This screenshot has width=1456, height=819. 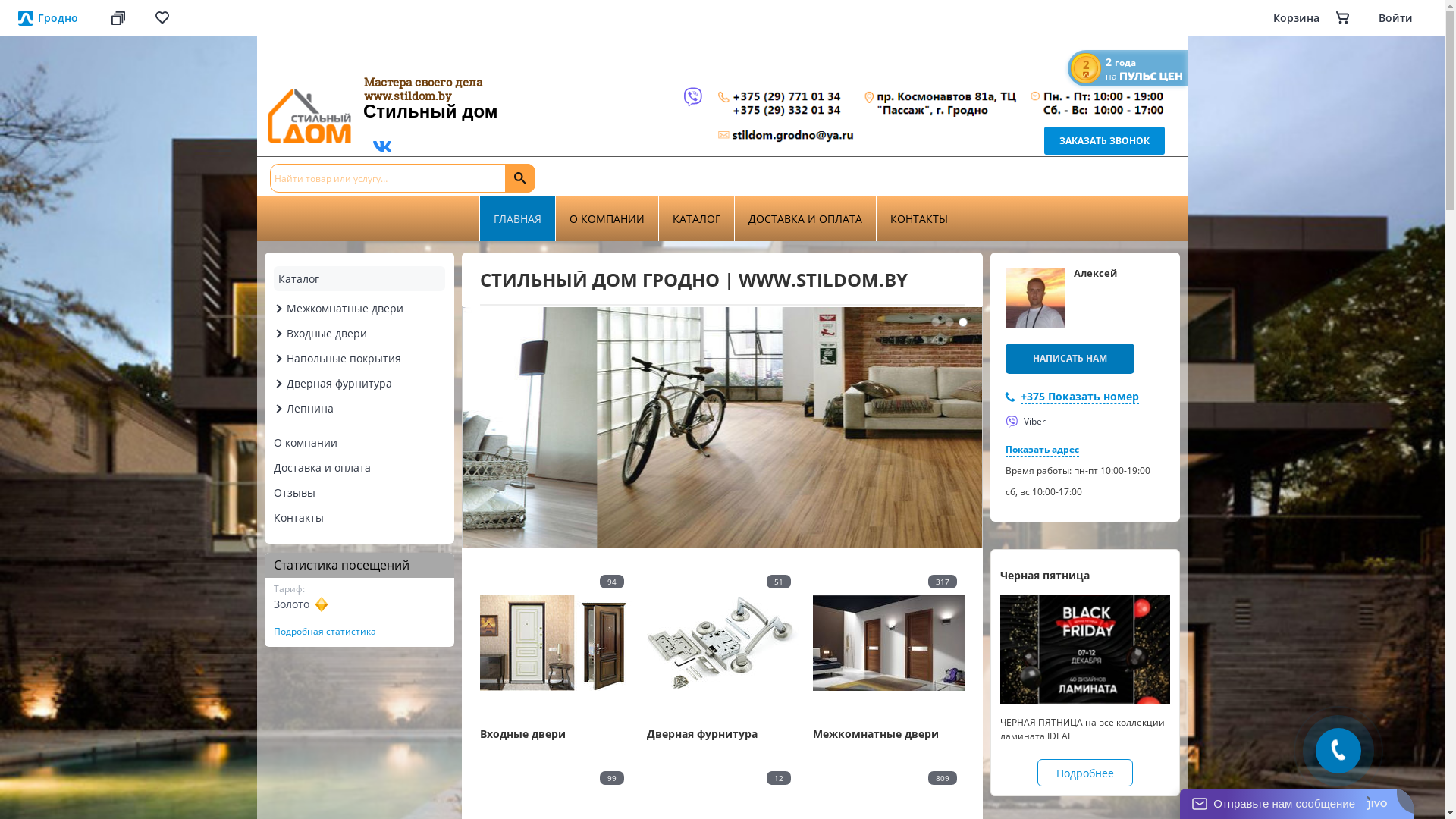 I want to click on 'Viber', so click(x=1025, y=421).